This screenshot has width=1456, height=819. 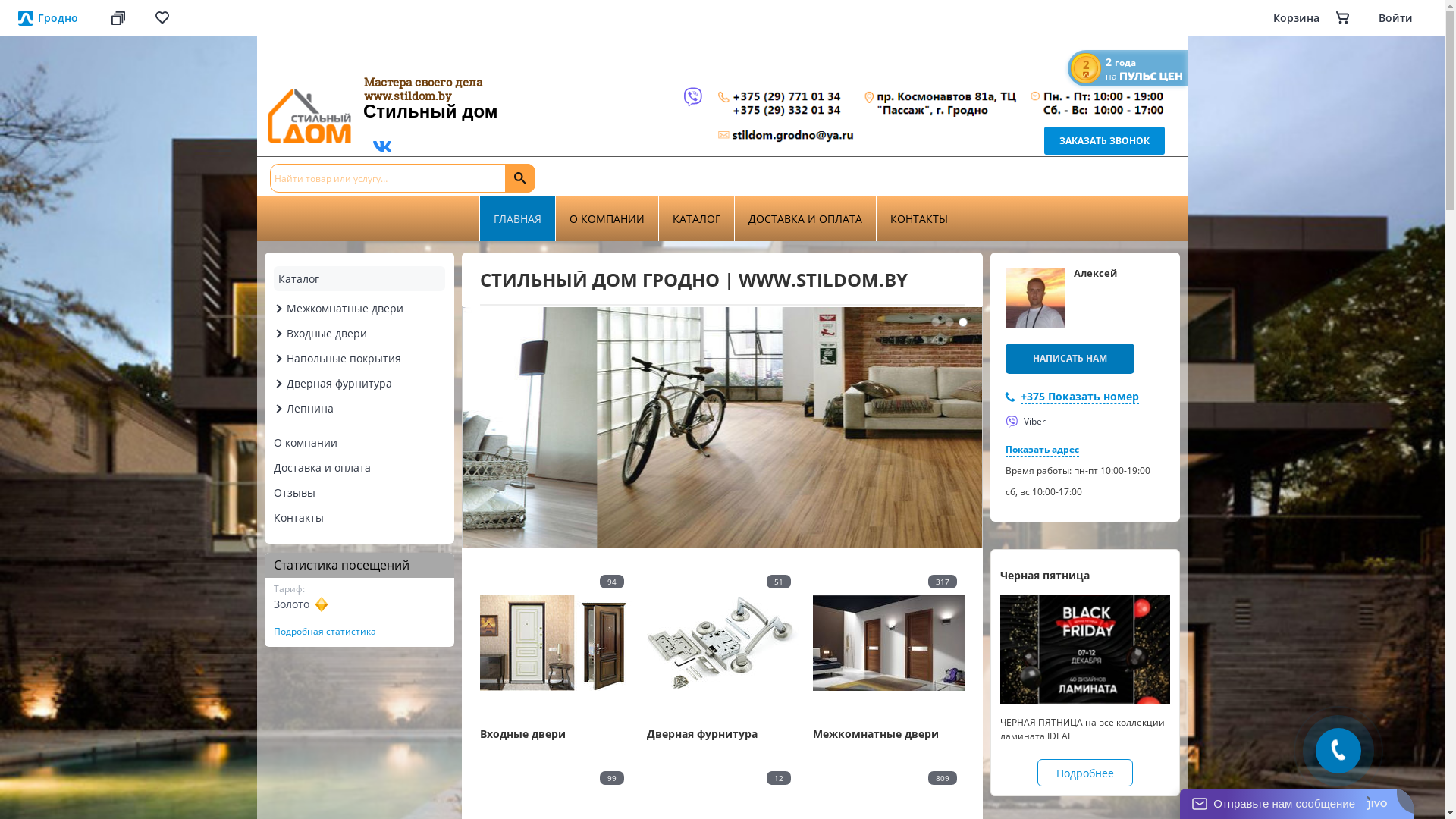 I want to click on 'Viber', so click(x=1025, y=421).